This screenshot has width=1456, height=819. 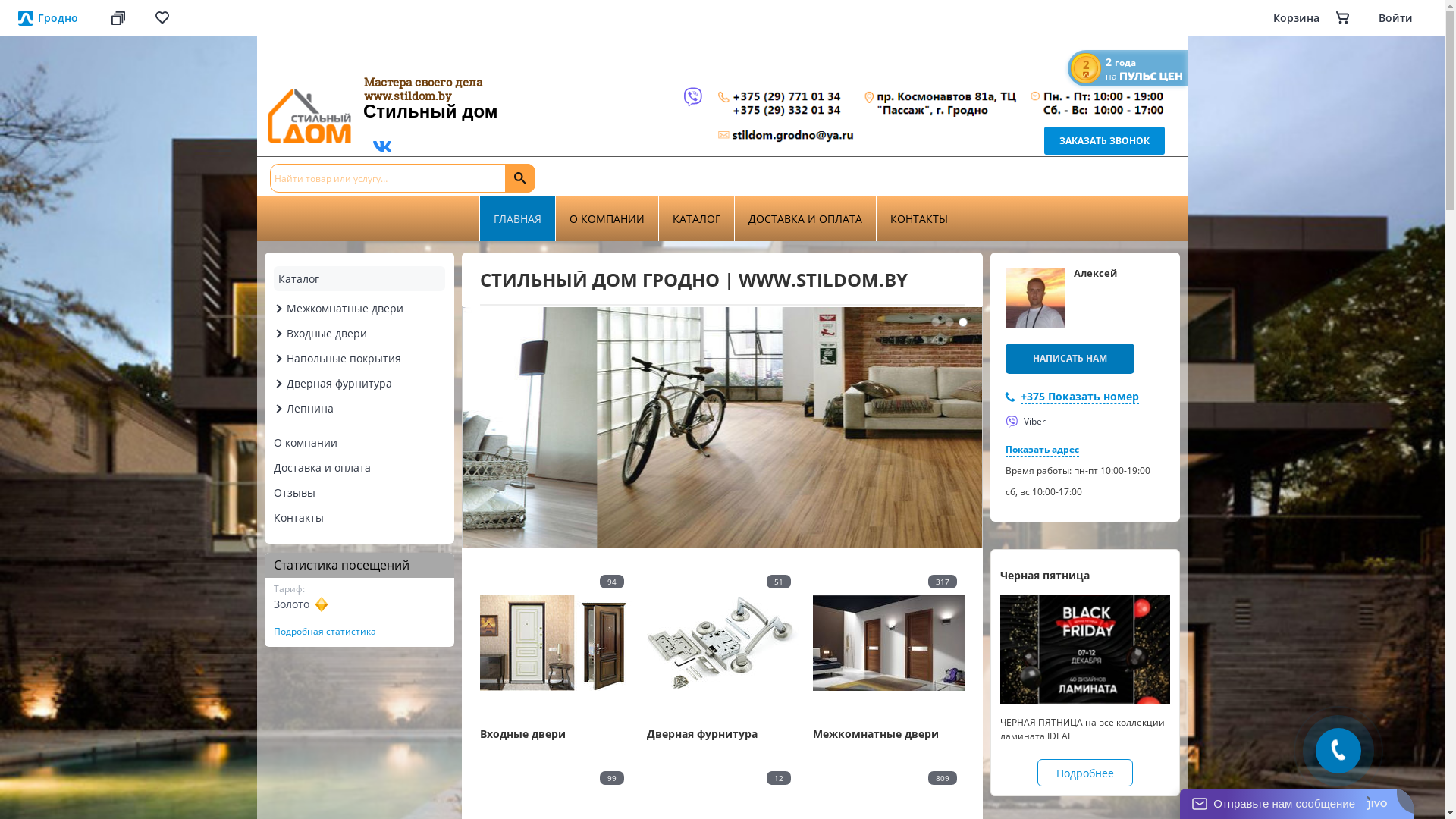 I want to click on 'Viber', so click(x=1025, y=421).